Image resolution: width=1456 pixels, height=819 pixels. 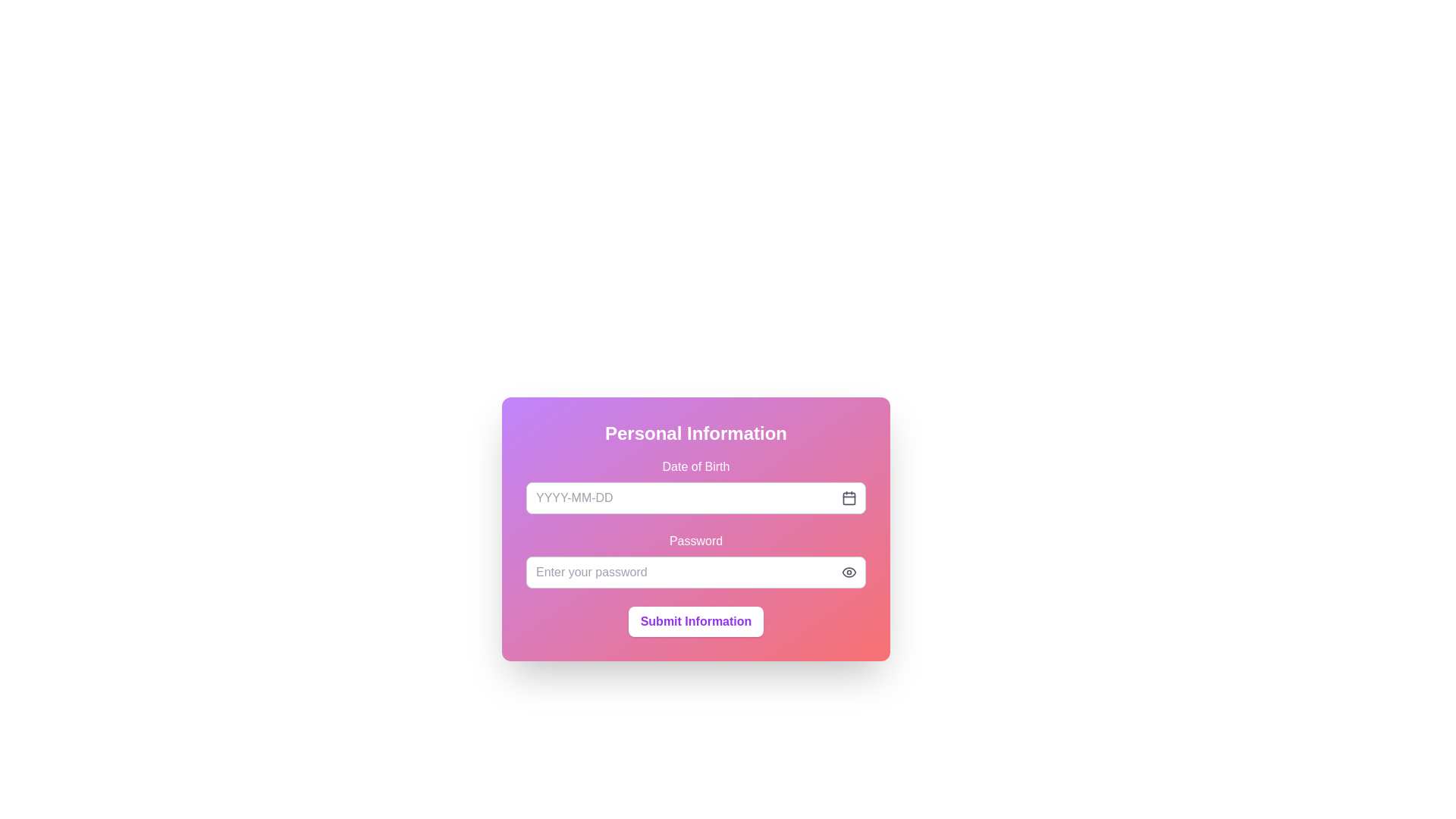 What do you see at coordinates (695, 466) in the screenshot?
I see `the text label indicating the date of birth input field, which is positioned directly above the input field for entering a date in the format 'YYYY-MM-DD'` at bounding box center [695, 466].